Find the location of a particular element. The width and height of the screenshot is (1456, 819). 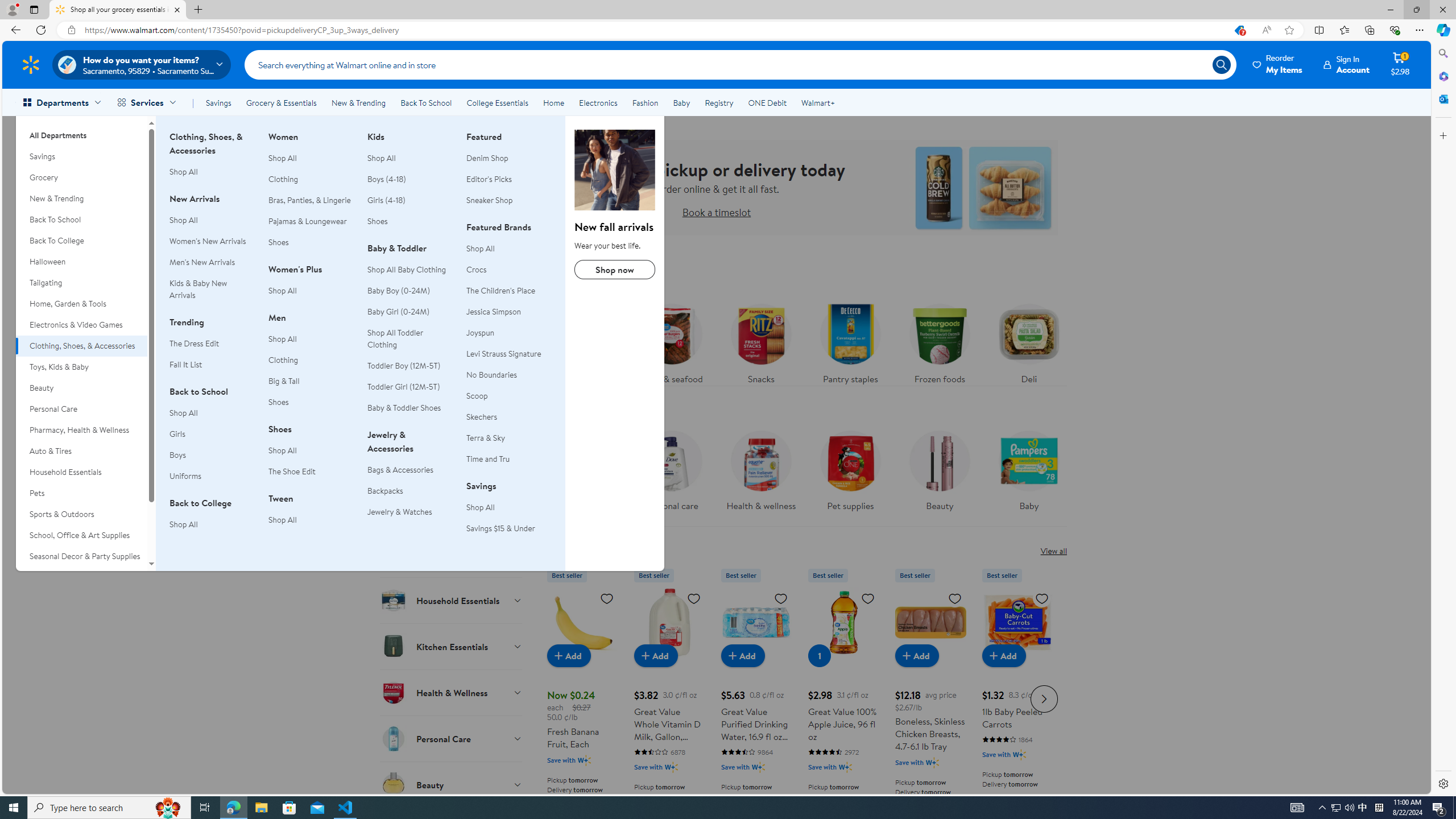

'Back to CollegeShop All' is located at coordinates (211, 520).